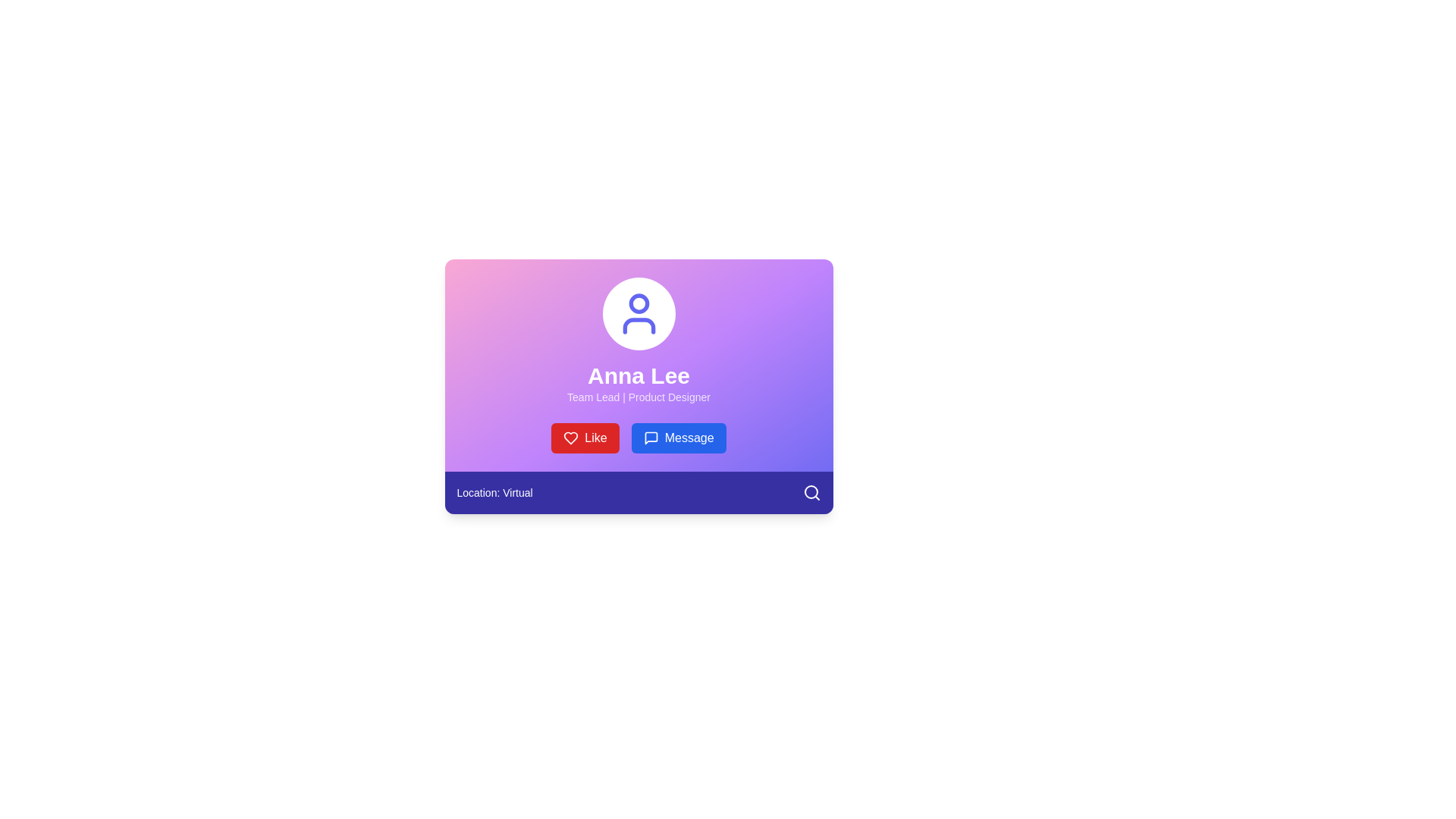  Describe the element at coordinates (678, 438) in the screenshot. I see `the blue 'Message' button with white text and a chat bubble icon, located to the right of the 'Like' button in the user profile card, to initiate a messaging action` at that location.